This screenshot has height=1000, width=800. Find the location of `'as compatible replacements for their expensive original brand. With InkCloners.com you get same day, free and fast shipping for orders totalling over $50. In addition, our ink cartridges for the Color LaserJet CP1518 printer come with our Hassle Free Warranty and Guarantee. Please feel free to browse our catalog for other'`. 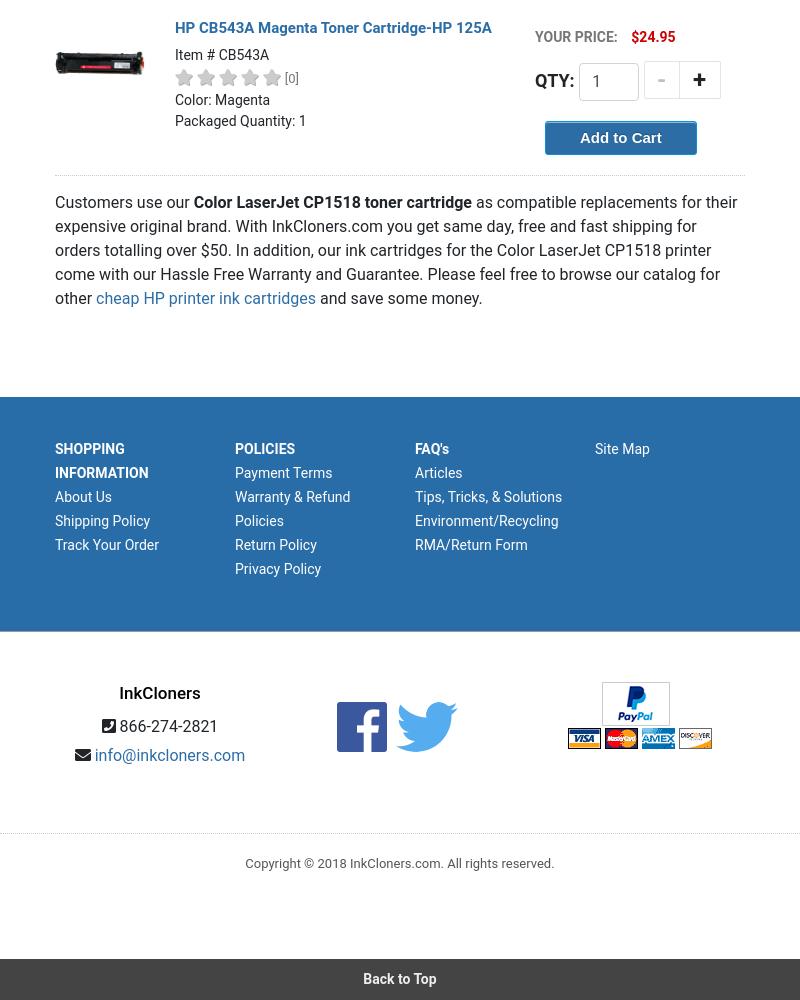

'as compatible replacements for their expensive original brand. With InkCloners.com you get same day, free and fast shipping for orders totalling over $50. In addition, our ink cartridges for the Color LaserJet CP1518 printer come with our Hassle Free Warranty and Guarantee. Please feel free to browse our catalog for other' is located at coordinates (54, 250).